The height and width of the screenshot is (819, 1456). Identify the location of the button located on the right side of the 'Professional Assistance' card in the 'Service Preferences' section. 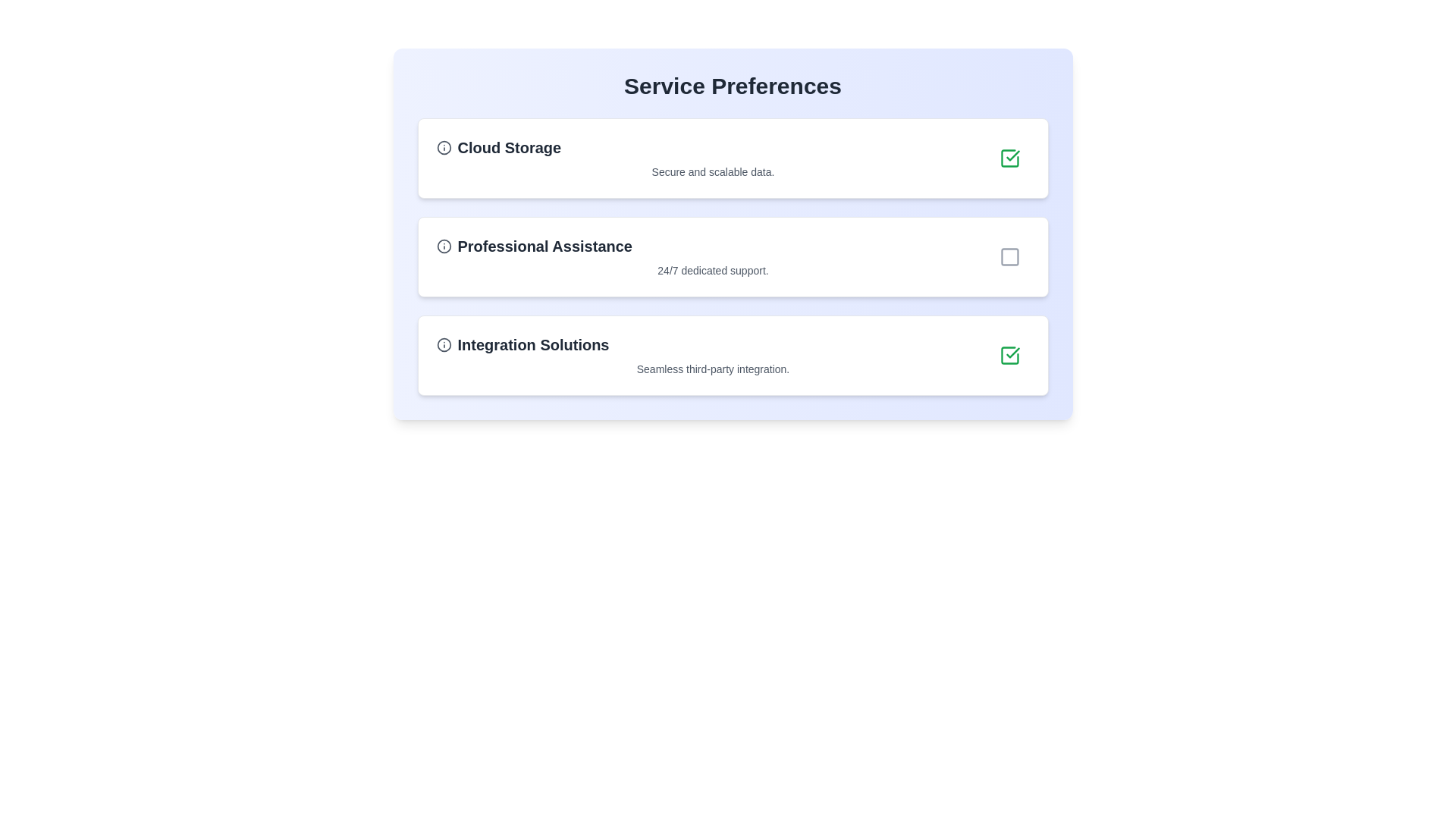
(1009, 256).